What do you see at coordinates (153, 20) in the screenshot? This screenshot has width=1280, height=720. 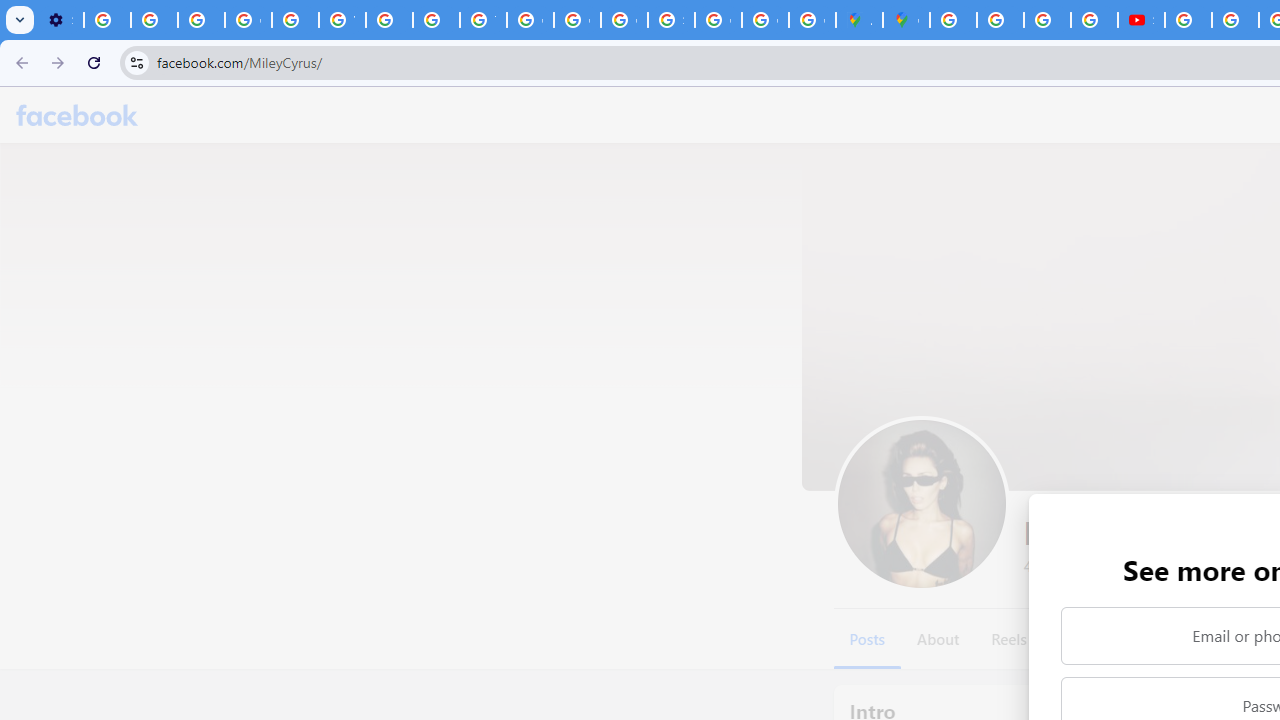 I see `'Learn how to find your photos - Google Photos Help'` at bounding box center [153, 20].